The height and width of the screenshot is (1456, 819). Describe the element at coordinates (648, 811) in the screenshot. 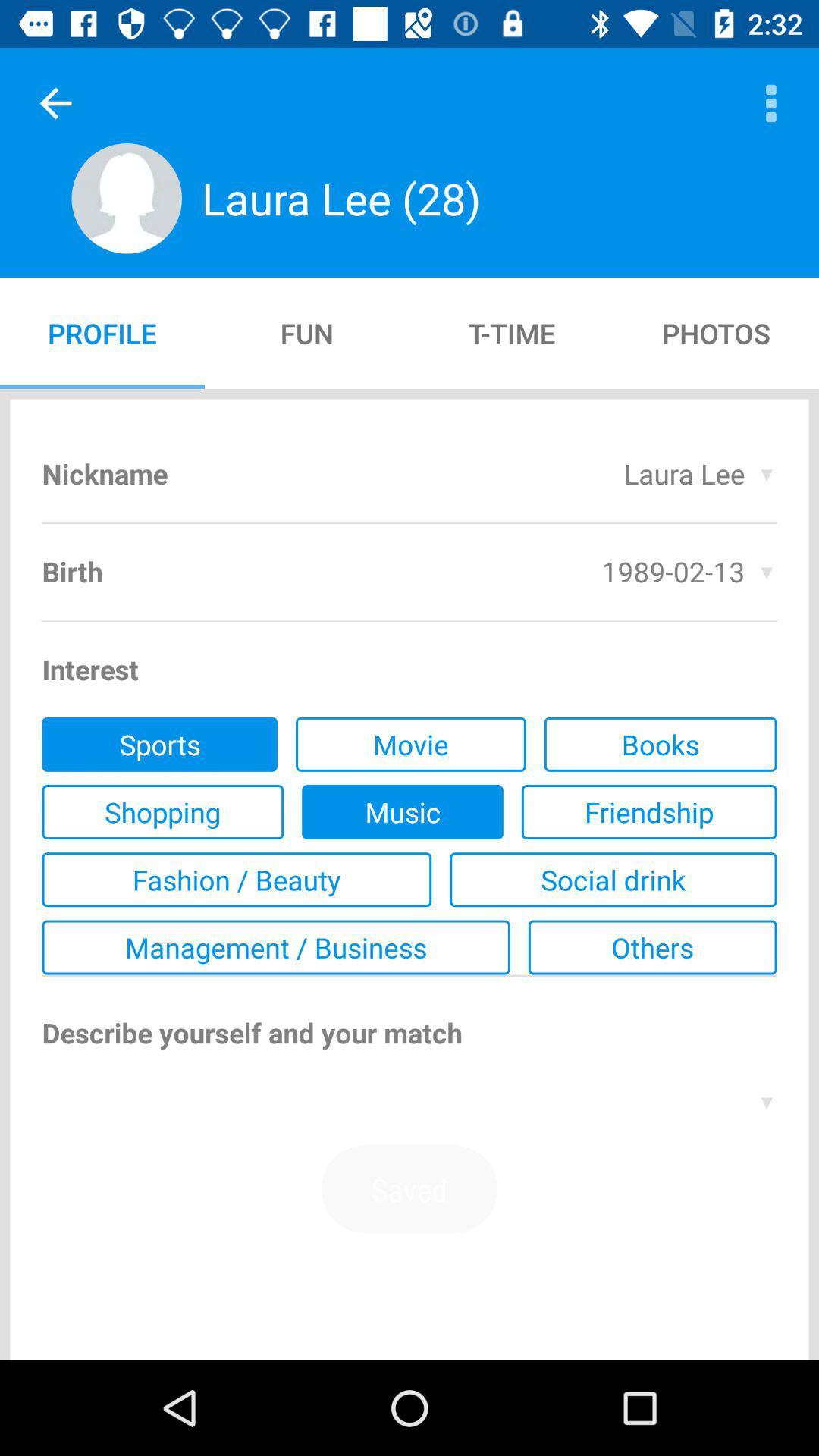

I see `the item above social drink` at that location.